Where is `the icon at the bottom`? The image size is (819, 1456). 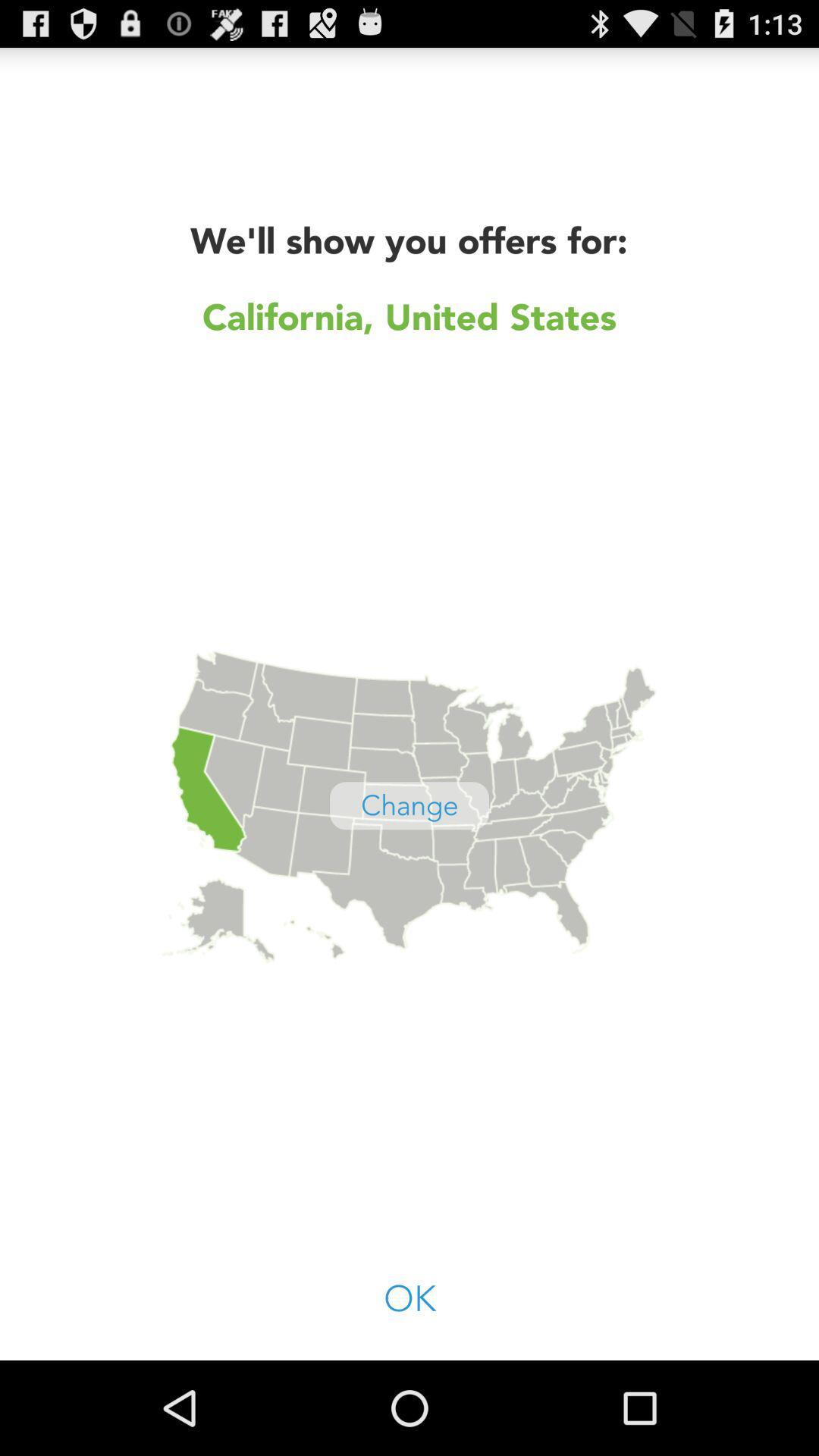
the icon at the bottom is located at coordinates (409, 1300).